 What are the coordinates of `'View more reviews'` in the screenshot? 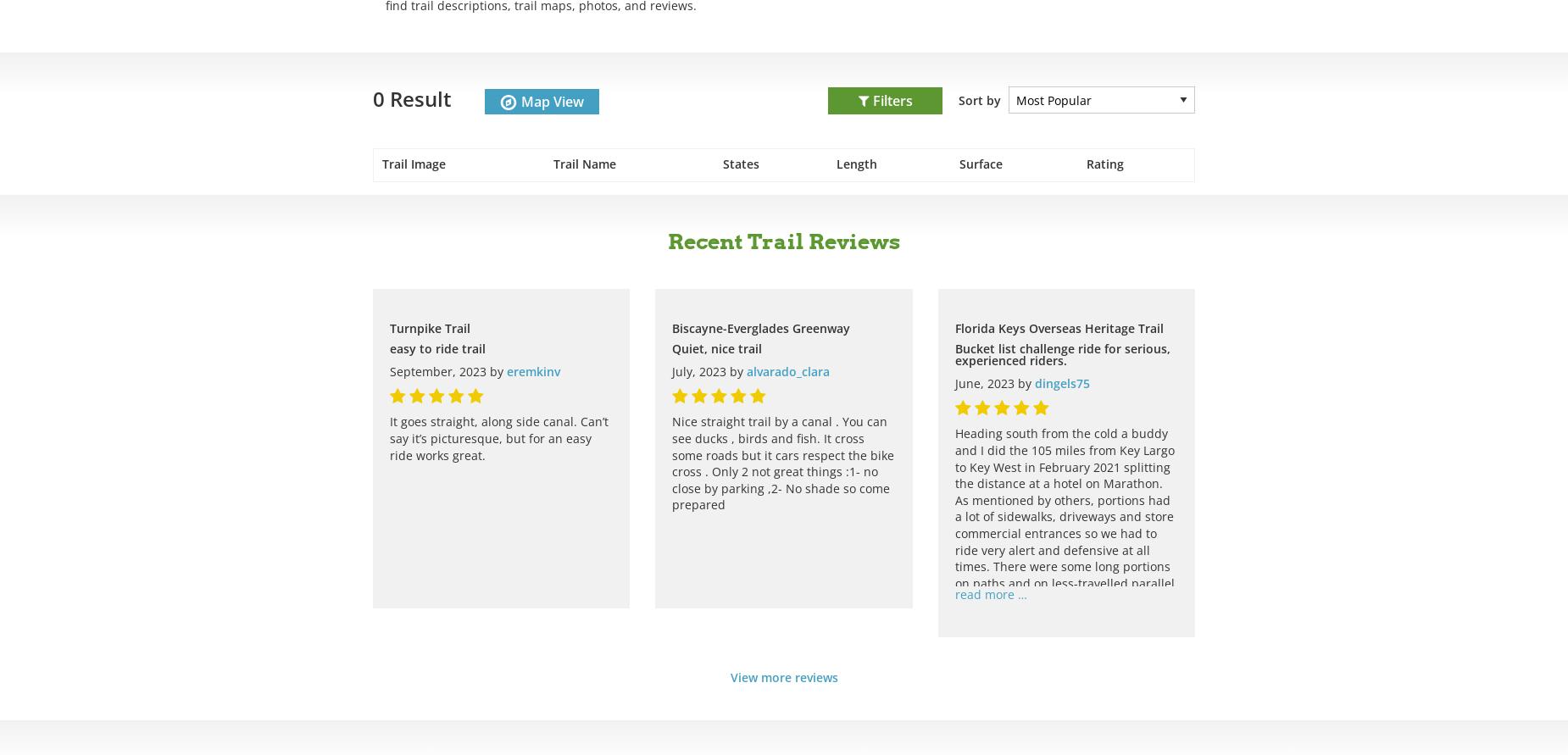 It's located at (729, 676).